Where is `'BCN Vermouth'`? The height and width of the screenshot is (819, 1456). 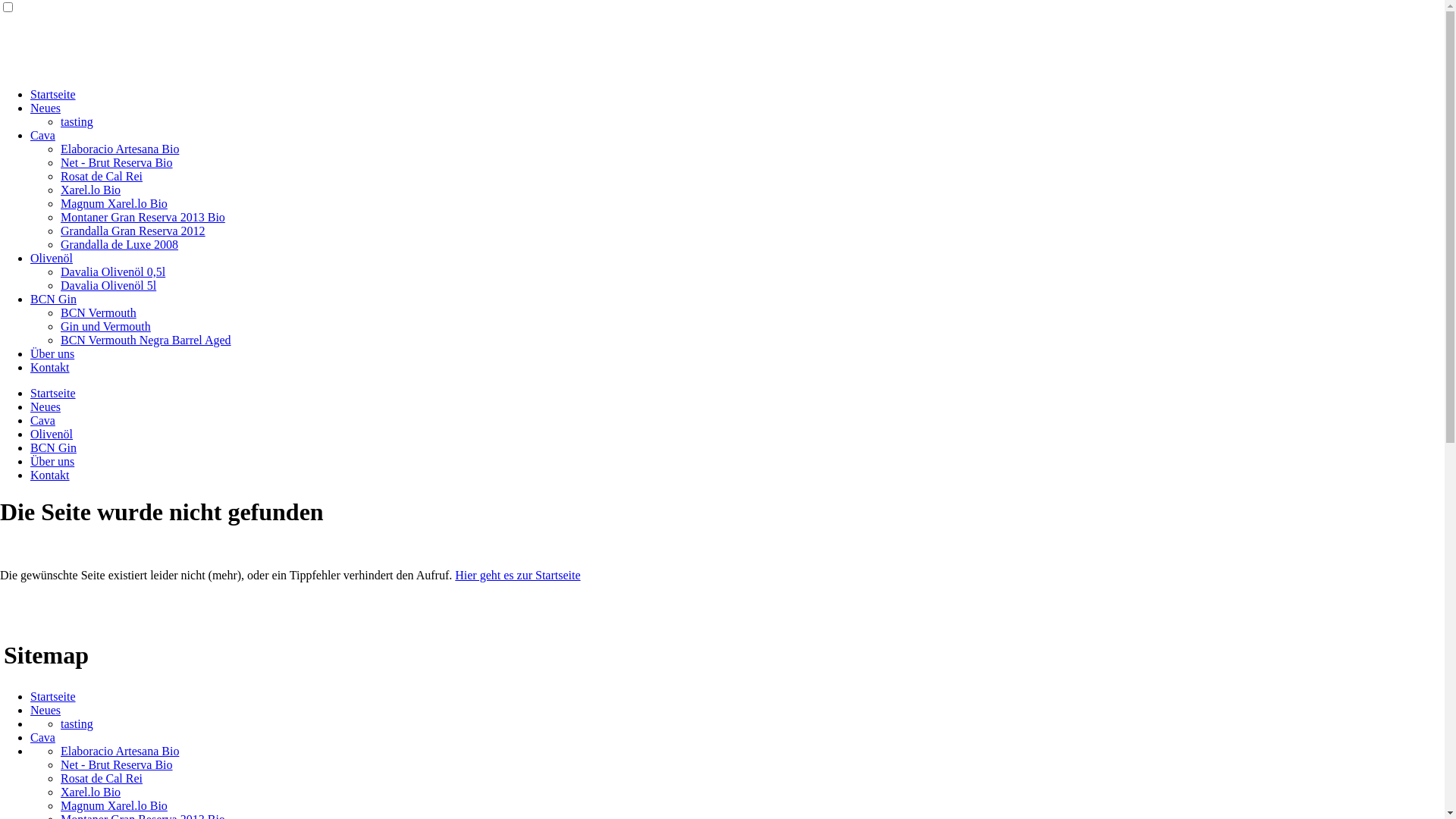
'BCN Vermouth' is located at coordinates (97, 312).